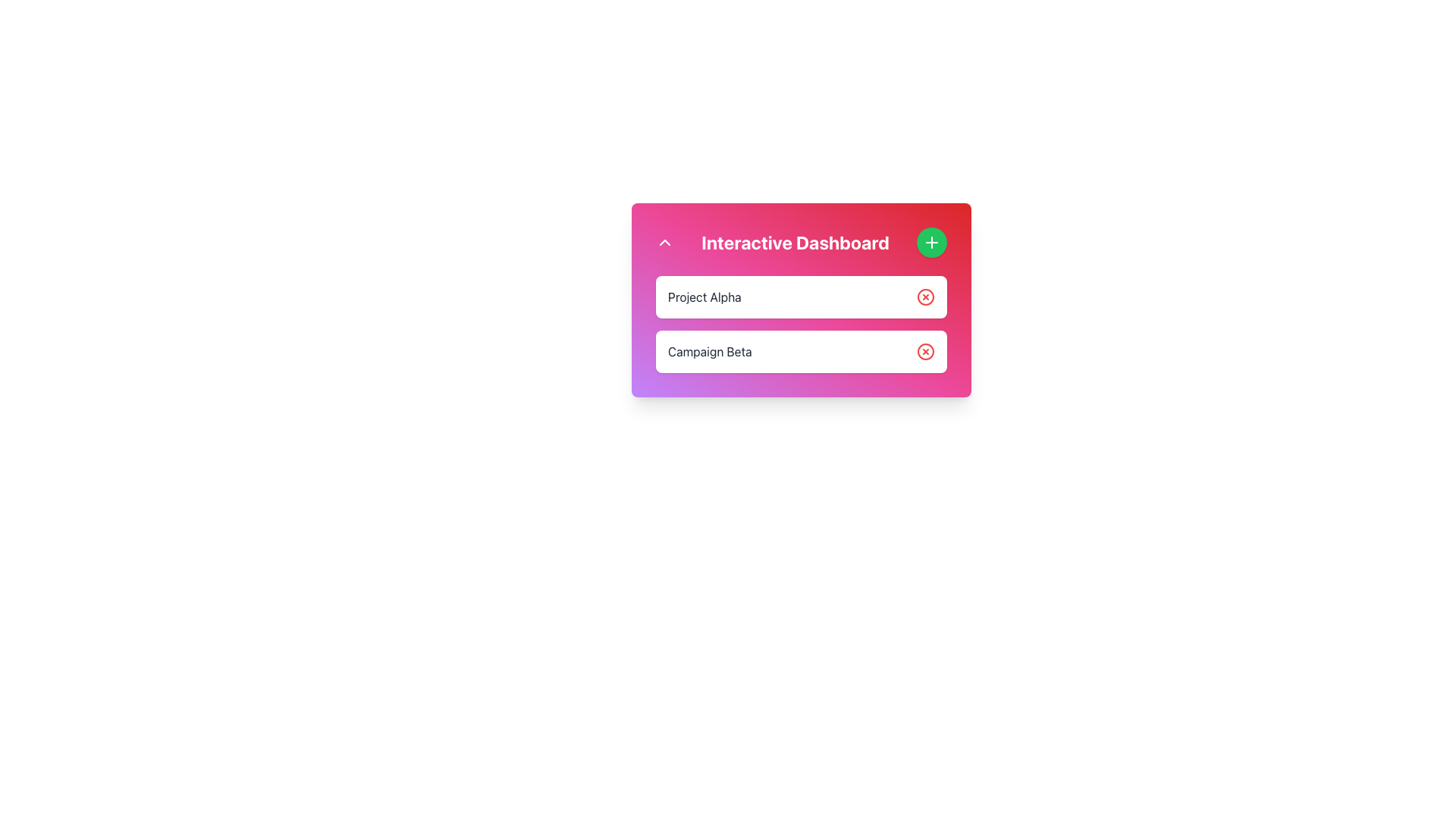 Image resolution: width=1456 pixels, height=819 pixels. I want to click on the toggle button located in the top-left corner of the 'Interactive Dashboard' section, so click(665, 242).